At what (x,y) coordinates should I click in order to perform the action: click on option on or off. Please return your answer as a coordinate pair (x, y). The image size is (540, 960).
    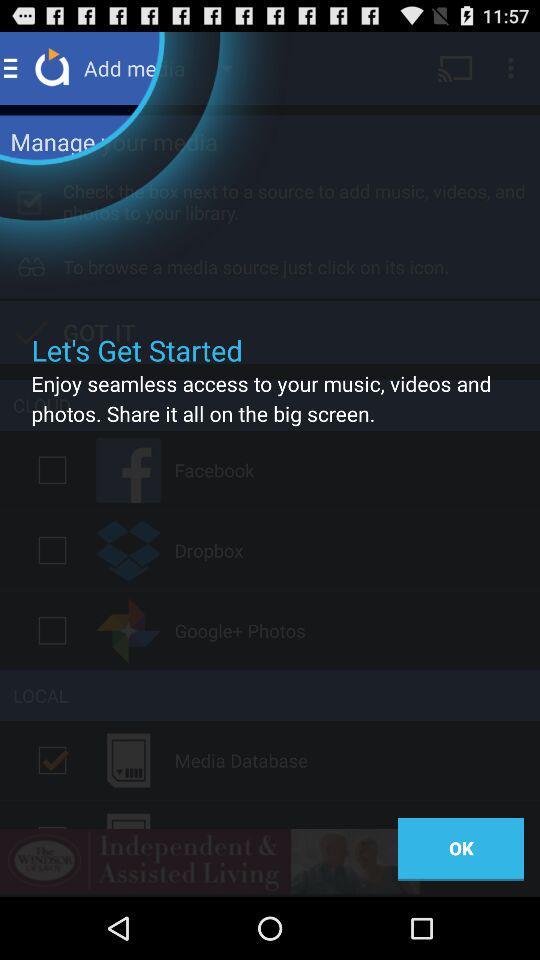
    Looking at the image, I should click on (52, 629).